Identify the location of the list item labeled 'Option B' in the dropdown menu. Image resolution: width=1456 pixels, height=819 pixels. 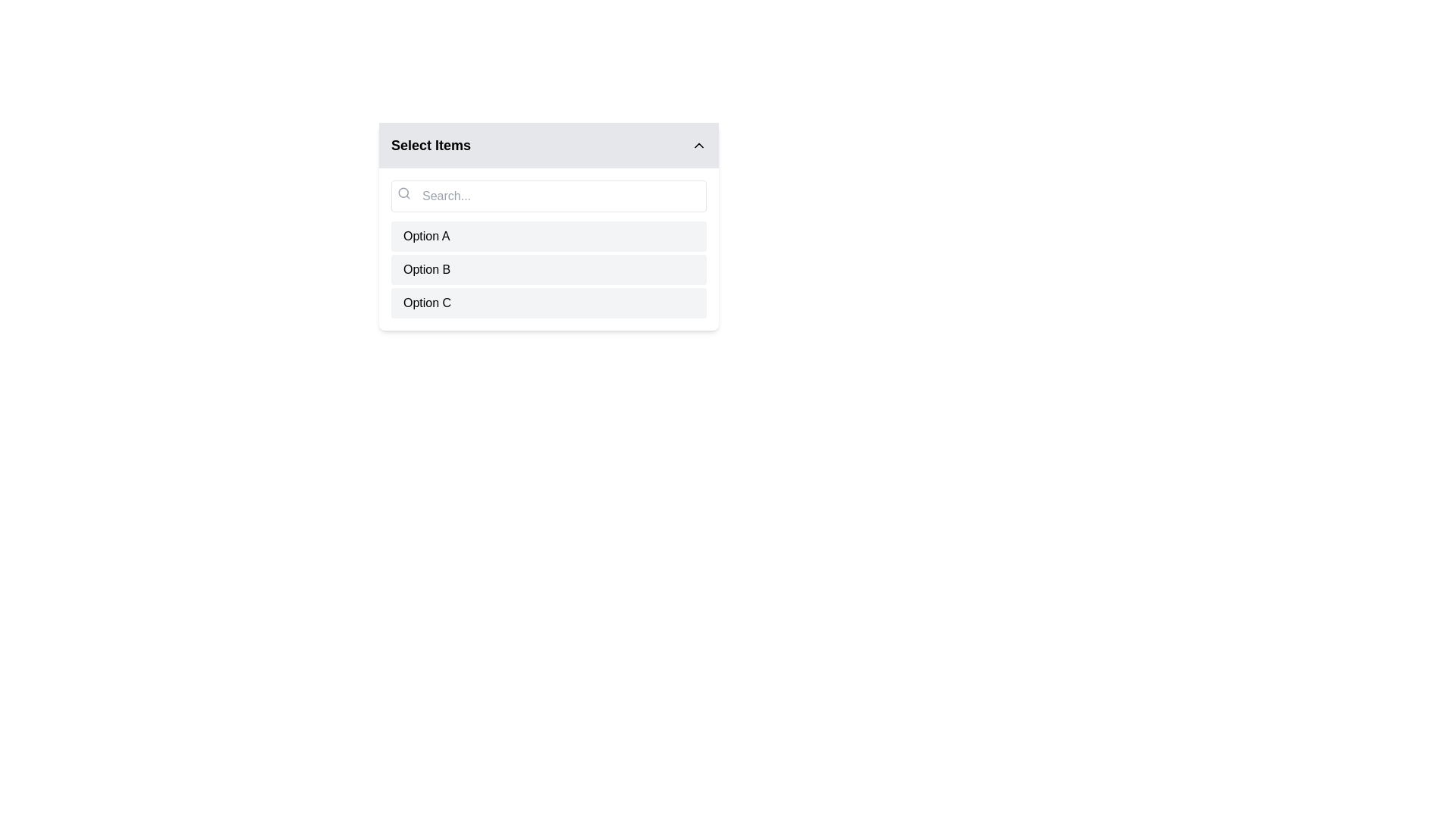
(548, 268).